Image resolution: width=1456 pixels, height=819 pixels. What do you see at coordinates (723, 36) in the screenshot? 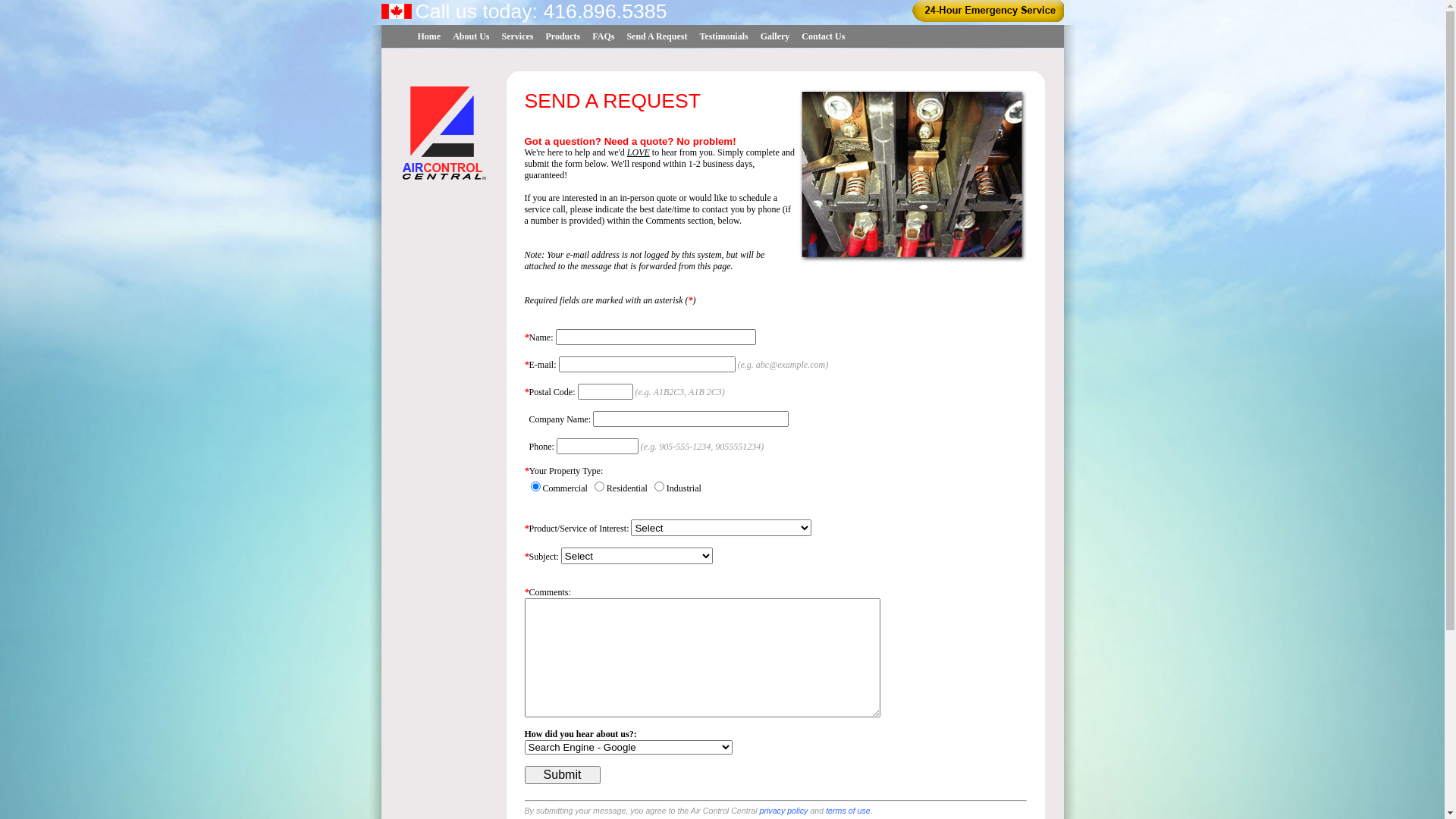
I see `'Testimonials'` at bounding box center [723, 36].